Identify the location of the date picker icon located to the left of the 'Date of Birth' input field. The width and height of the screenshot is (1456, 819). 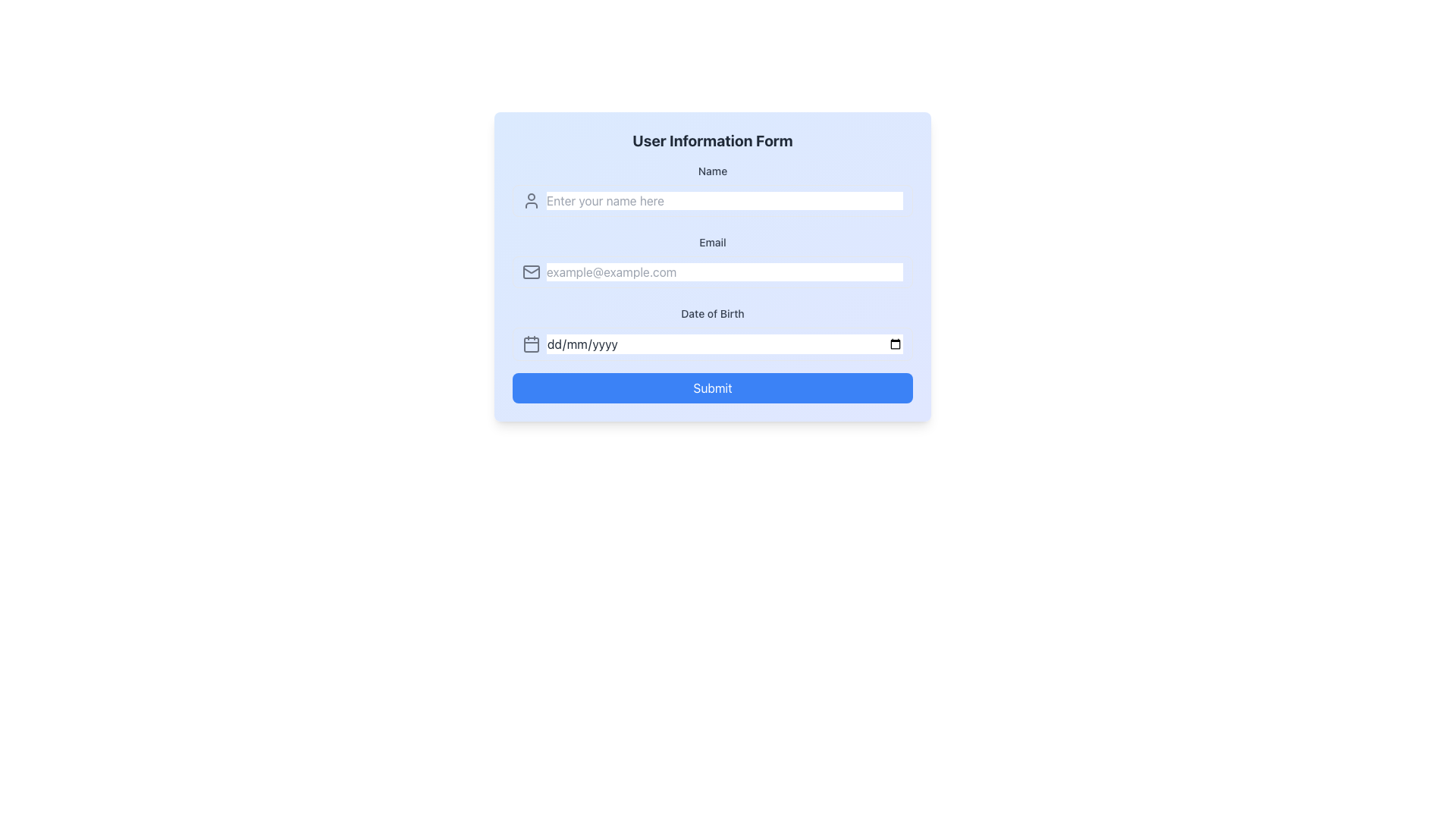
(531, 344).